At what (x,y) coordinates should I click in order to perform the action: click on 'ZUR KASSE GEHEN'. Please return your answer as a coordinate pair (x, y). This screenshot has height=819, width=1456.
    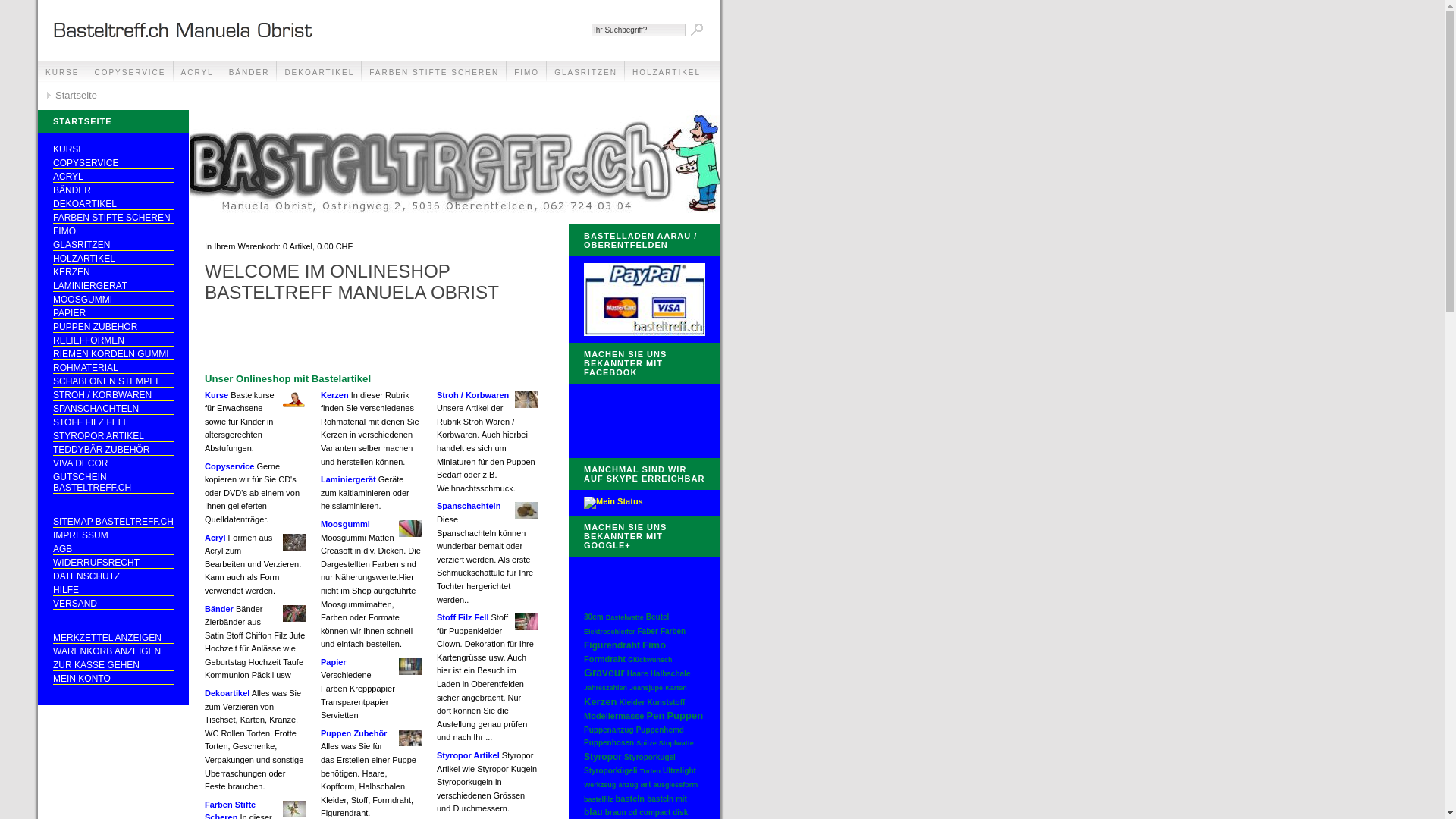
    Looking at the image, I should click on (112, 664).